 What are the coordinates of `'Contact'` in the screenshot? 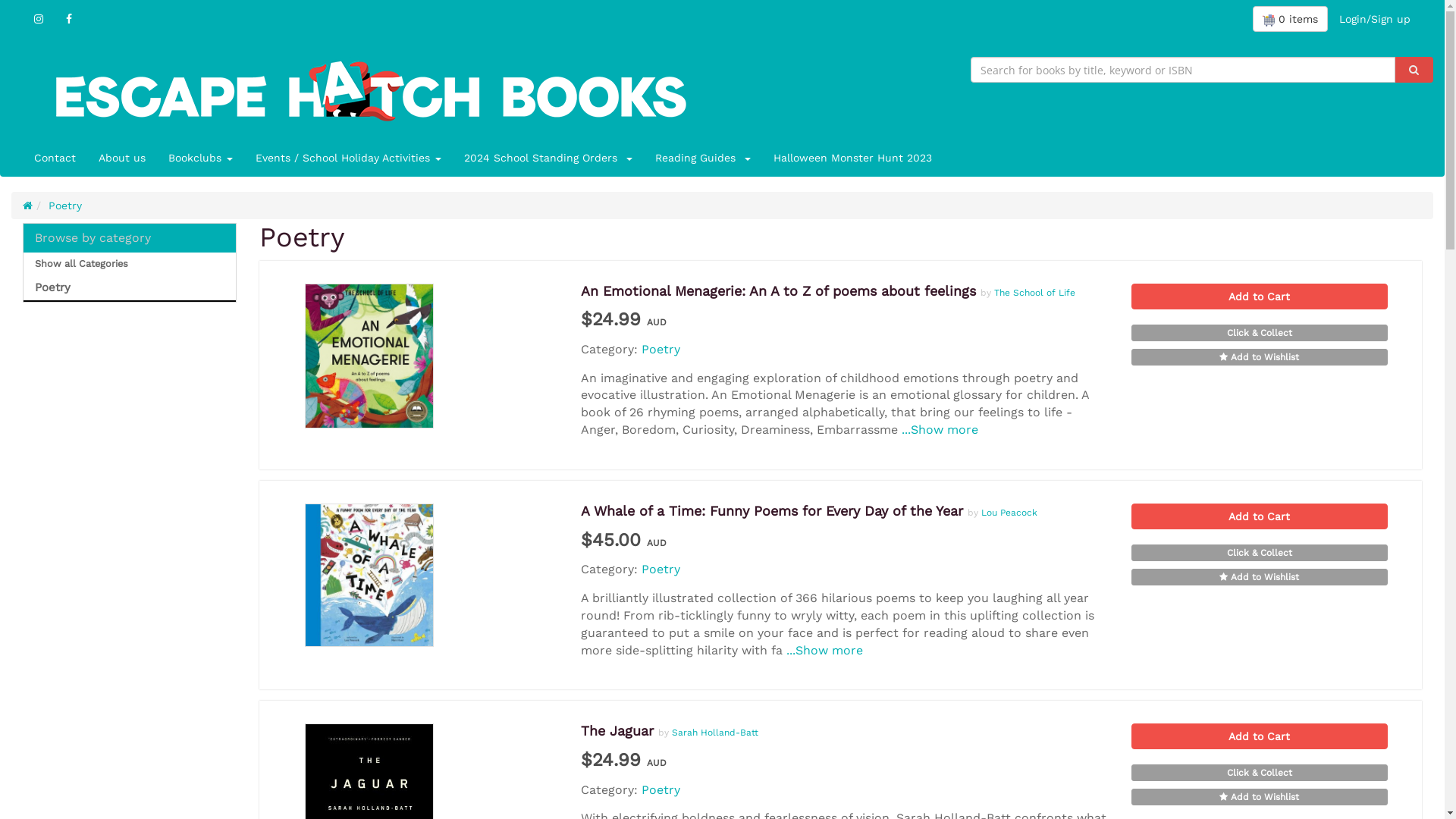 It's located at (55, 158).